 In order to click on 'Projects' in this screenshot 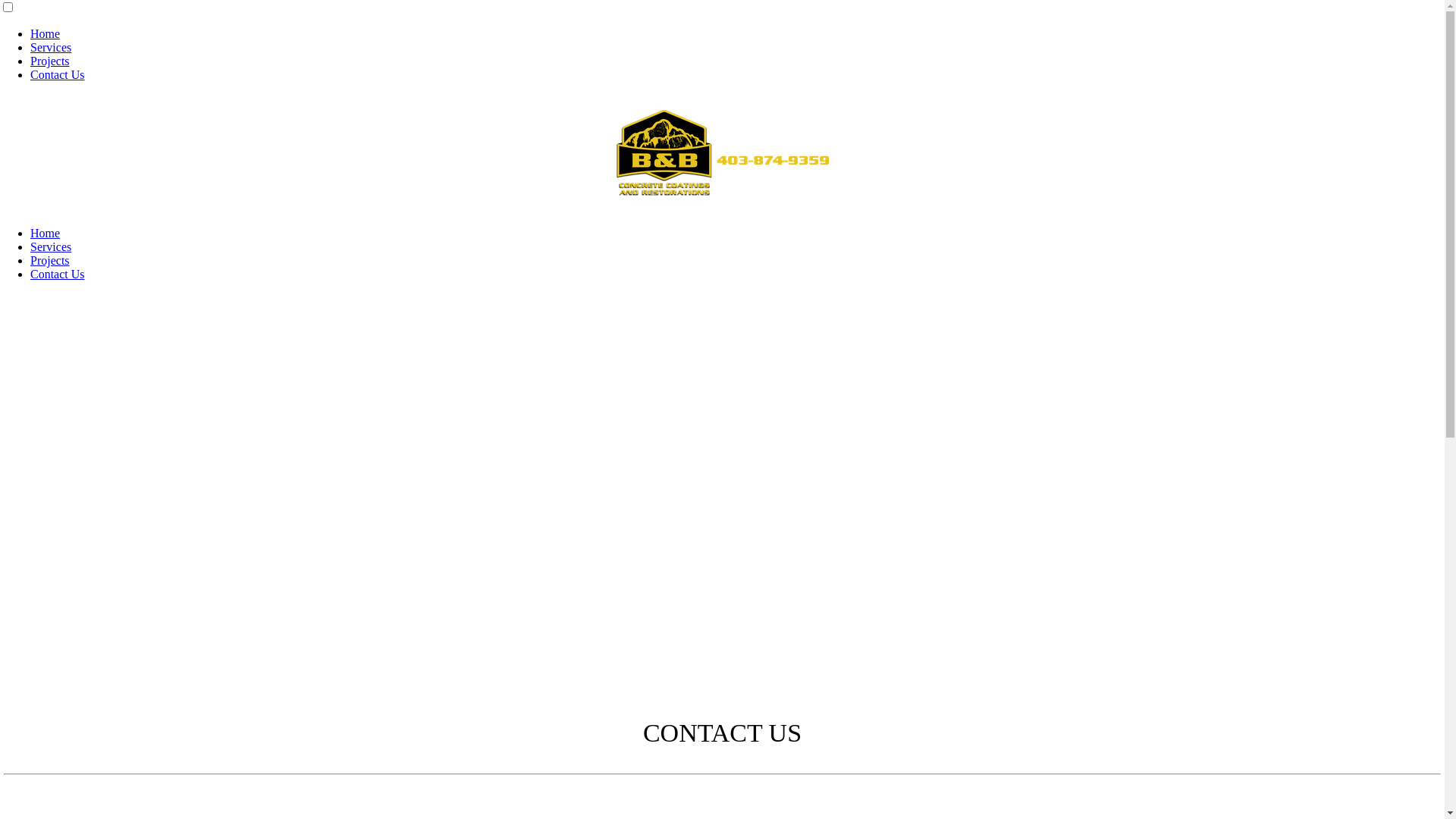, I will do `click(50, 60)`.